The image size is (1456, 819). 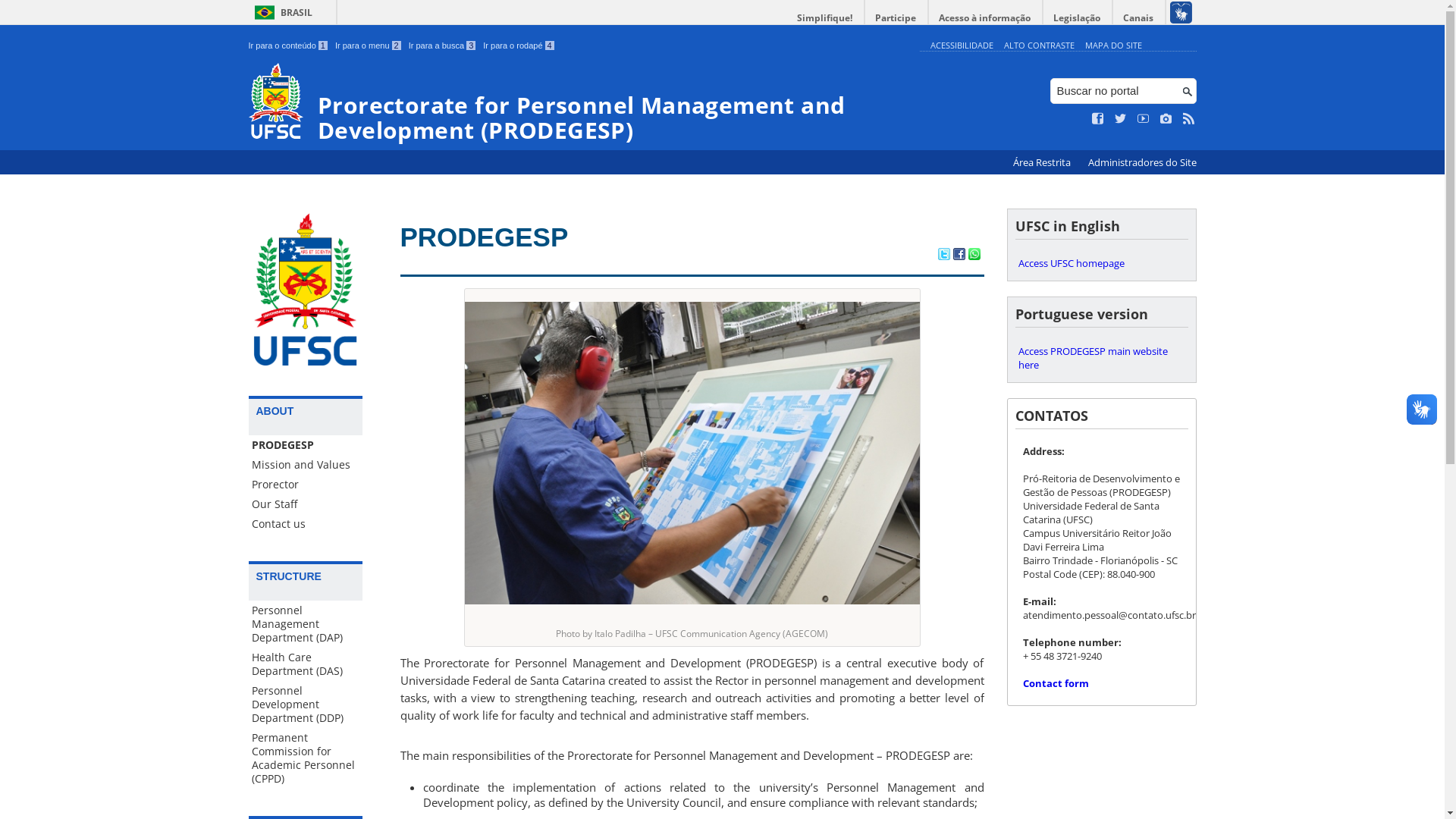 What do you see at coordinates (960, 44) in the screenshot?
I see `'ACESSIBILIDADE'` at bounding box center [960, 44].